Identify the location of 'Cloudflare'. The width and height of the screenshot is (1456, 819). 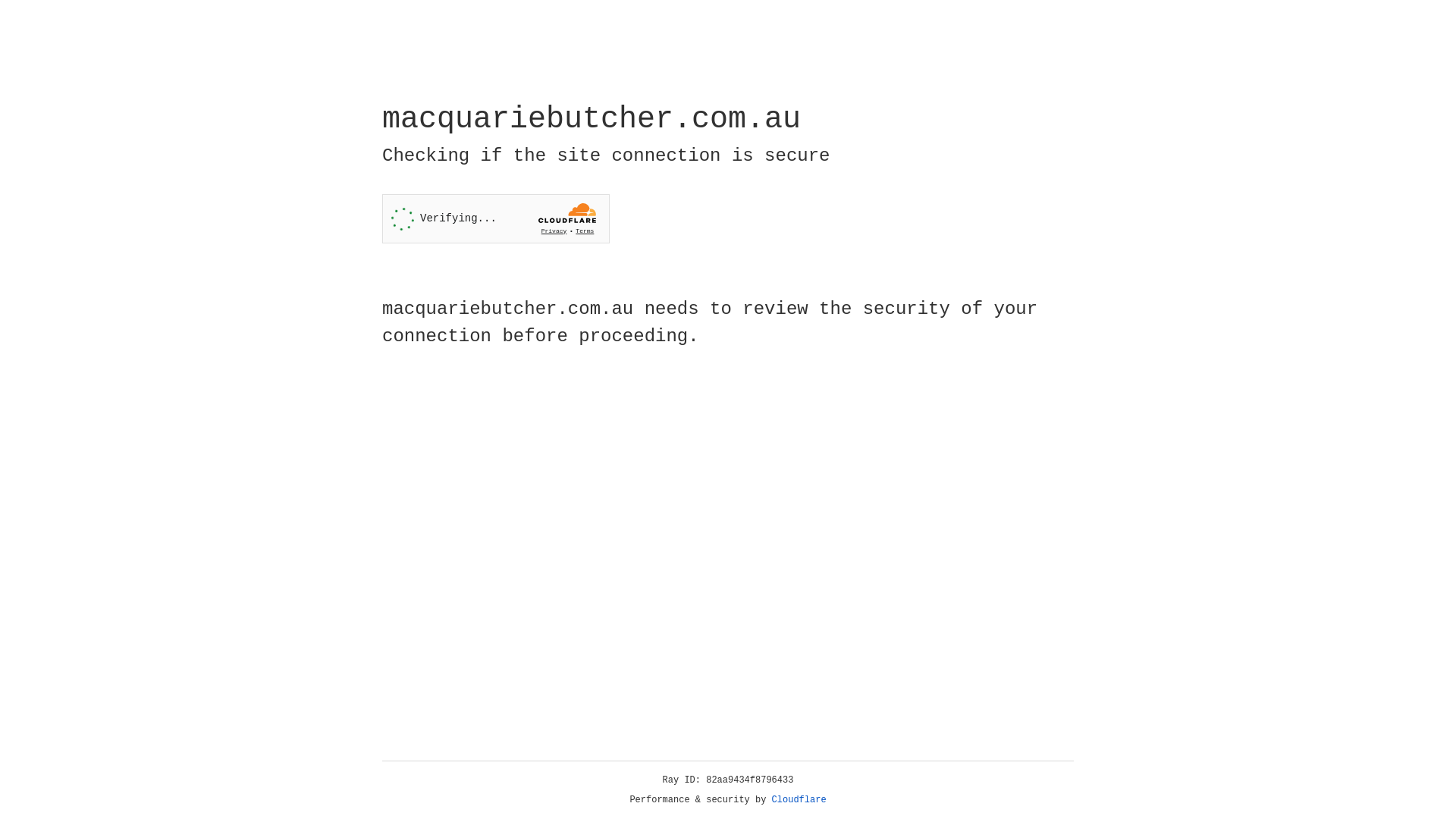
(771, 799).